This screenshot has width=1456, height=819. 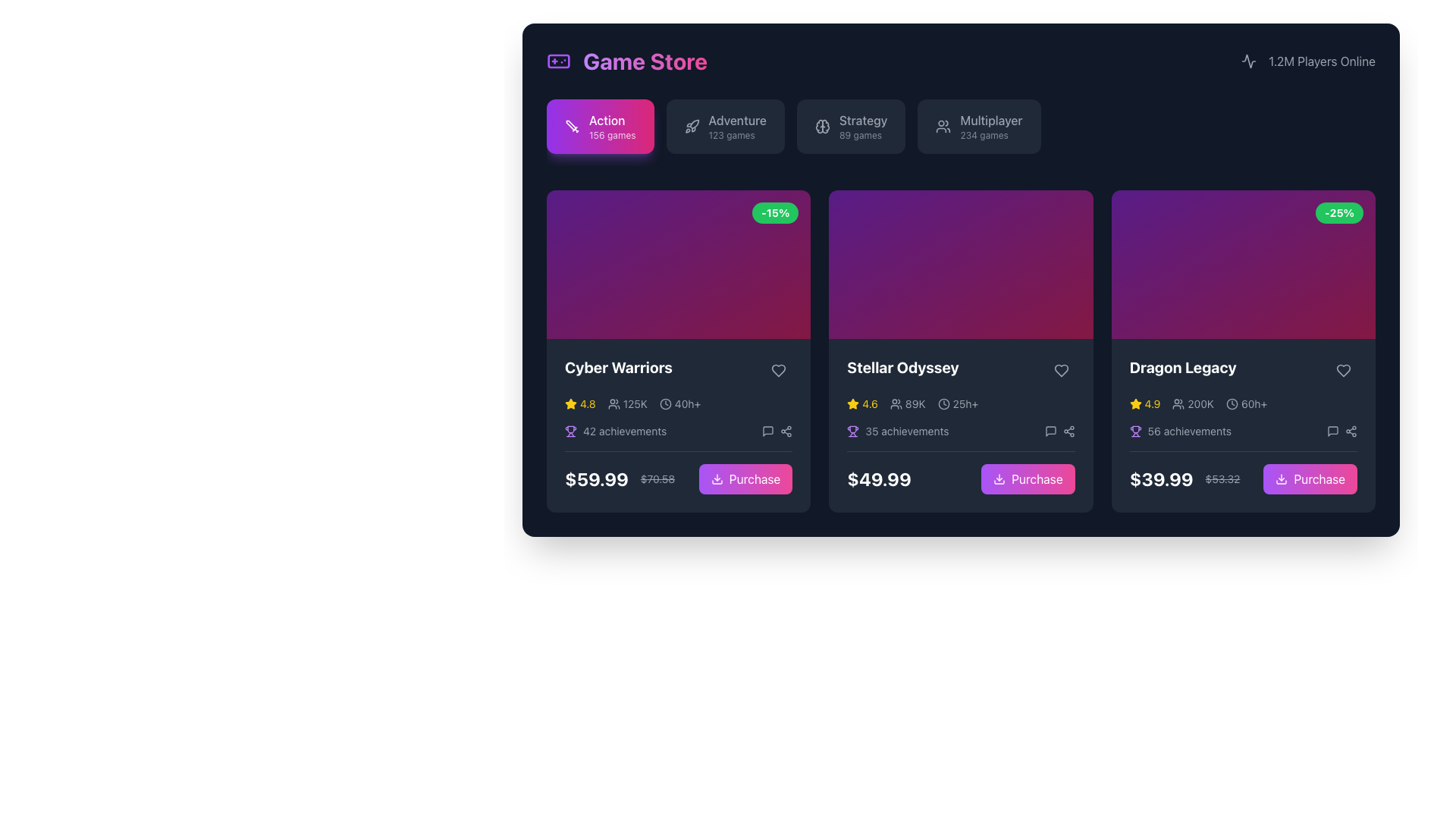 What do you see at coordinates (786, 430) in the screenshot?
I see `the share icon, which is a small gray icon resembling a share symbol with three interconnected circles, located in the bottom-right section of the first game card` at bounding box center [786, 430].